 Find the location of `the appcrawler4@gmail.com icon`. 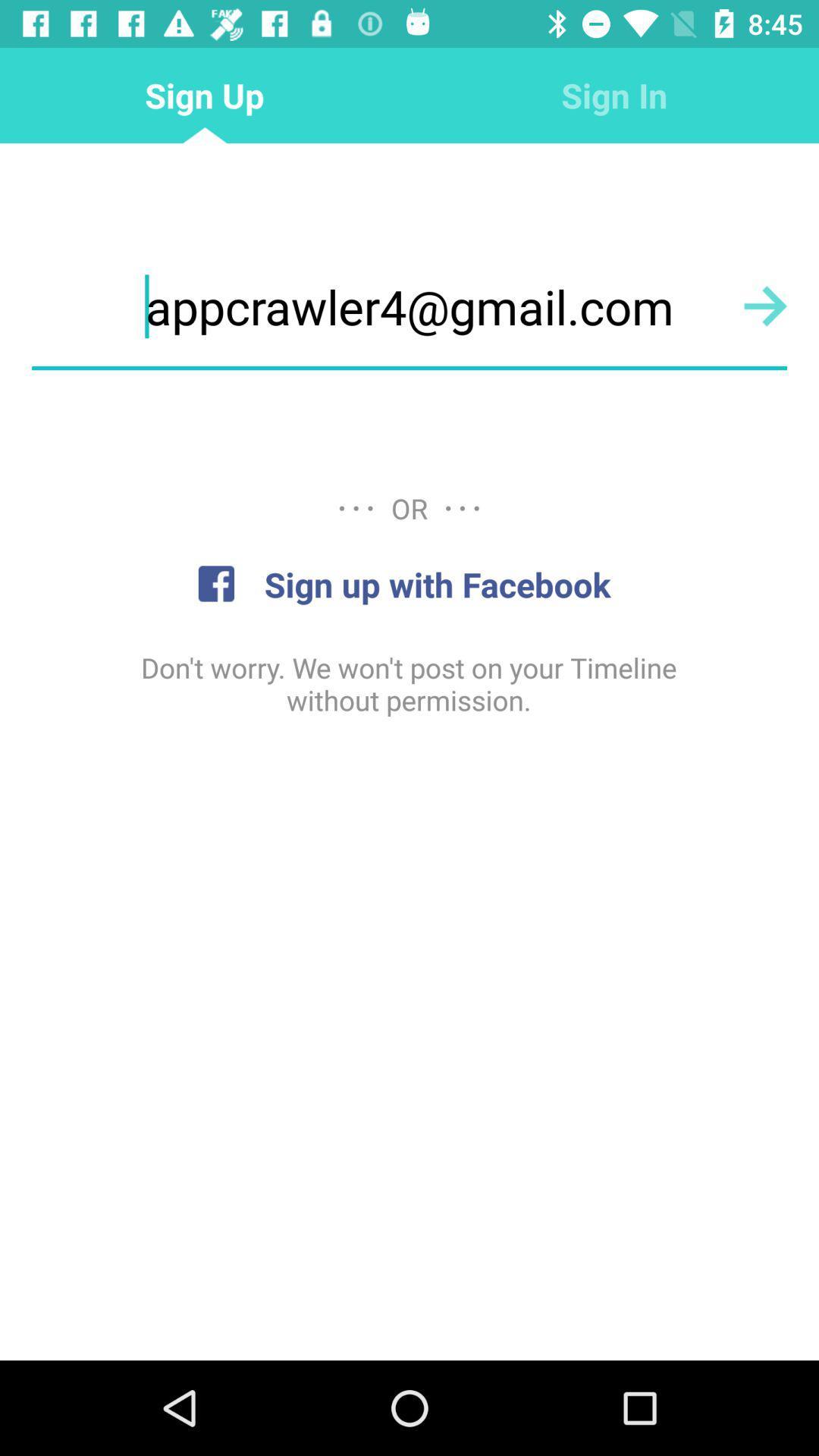

the appcrawler4@gmail.com icon is located at coordinates (409, 306).